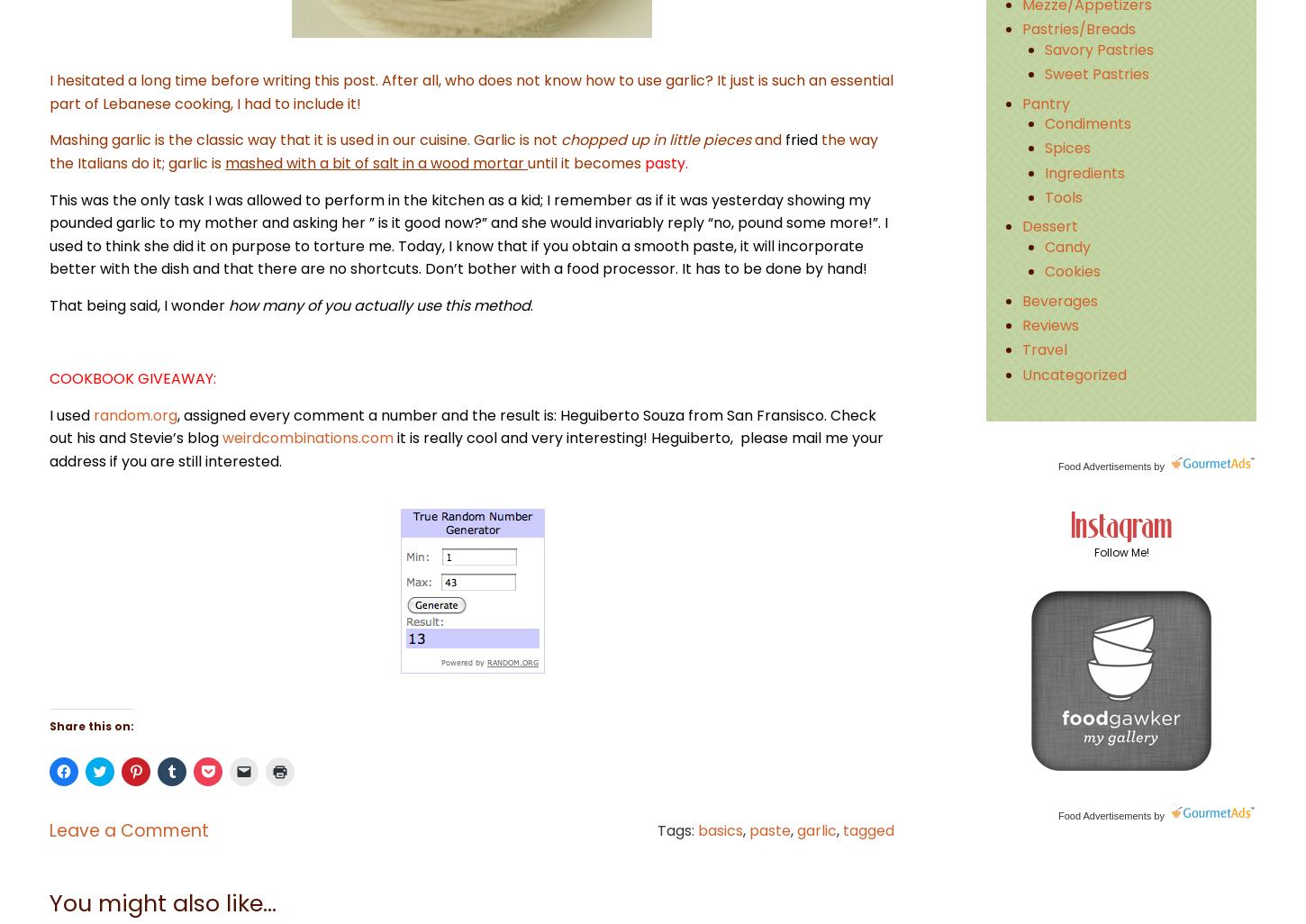 The height and width of the screenshot is (924, 1306). Describe the element at coordinates (49, 425) in the screenshot. I see `', assigned every comment a number and the result is: Heguiberto Souza from San Fransisco. Check out his and Stevie’s blog'` at that location.